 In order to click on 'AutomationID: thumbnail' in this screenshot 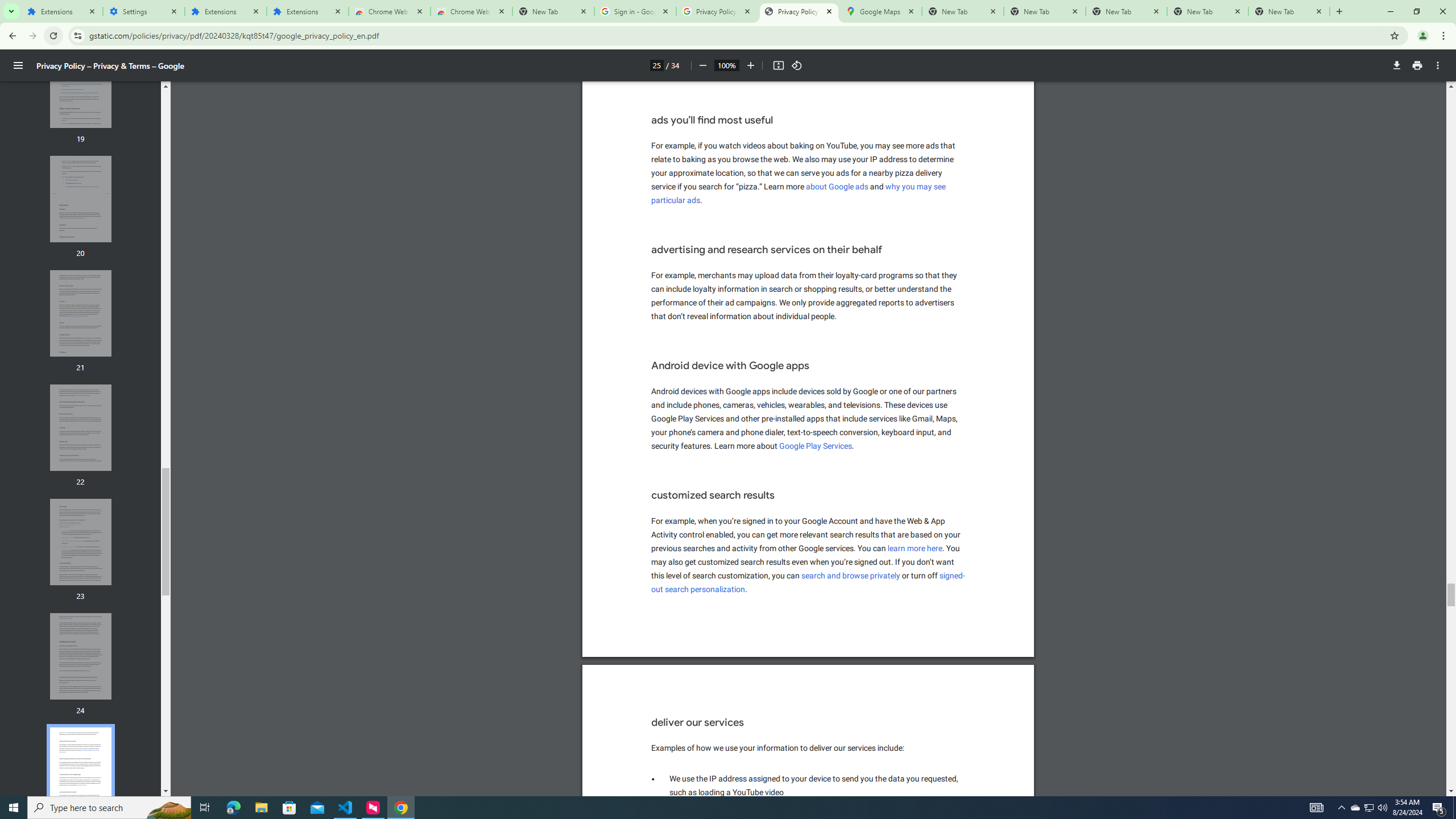, I will do `click(81, 771)`.